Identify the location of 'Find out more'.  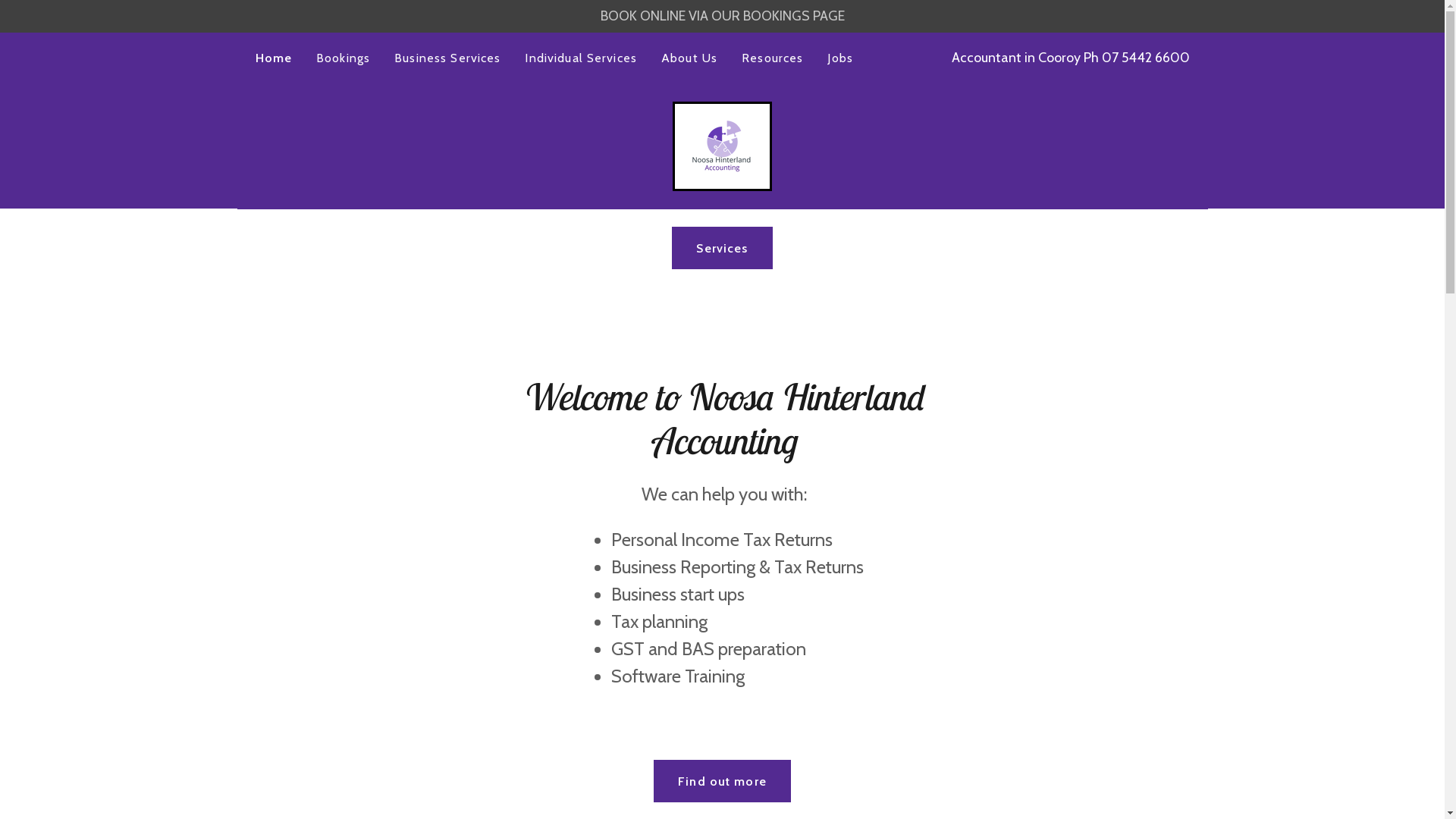
(721, 780).